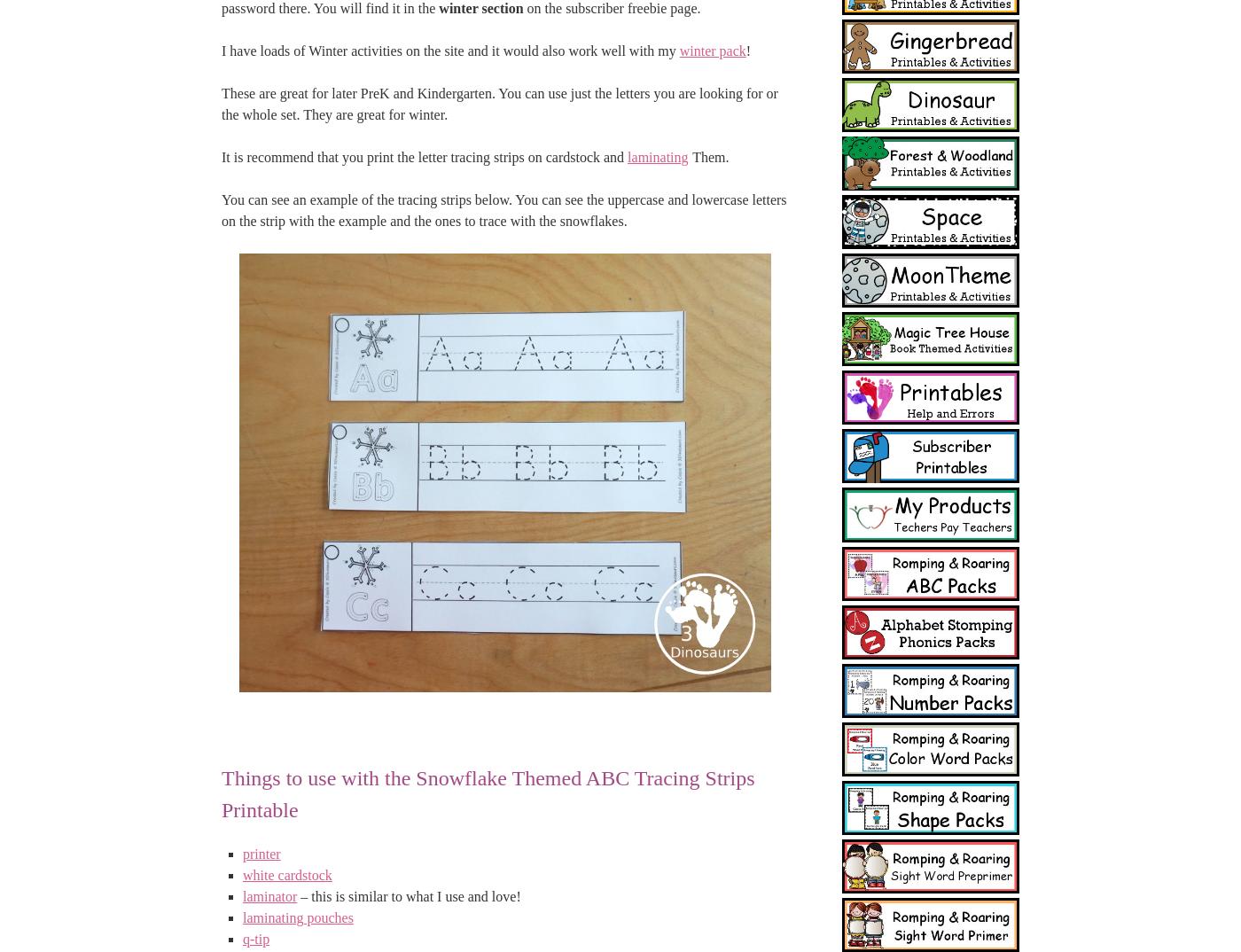  I want to click on 'winter pack', so click(712, 51).